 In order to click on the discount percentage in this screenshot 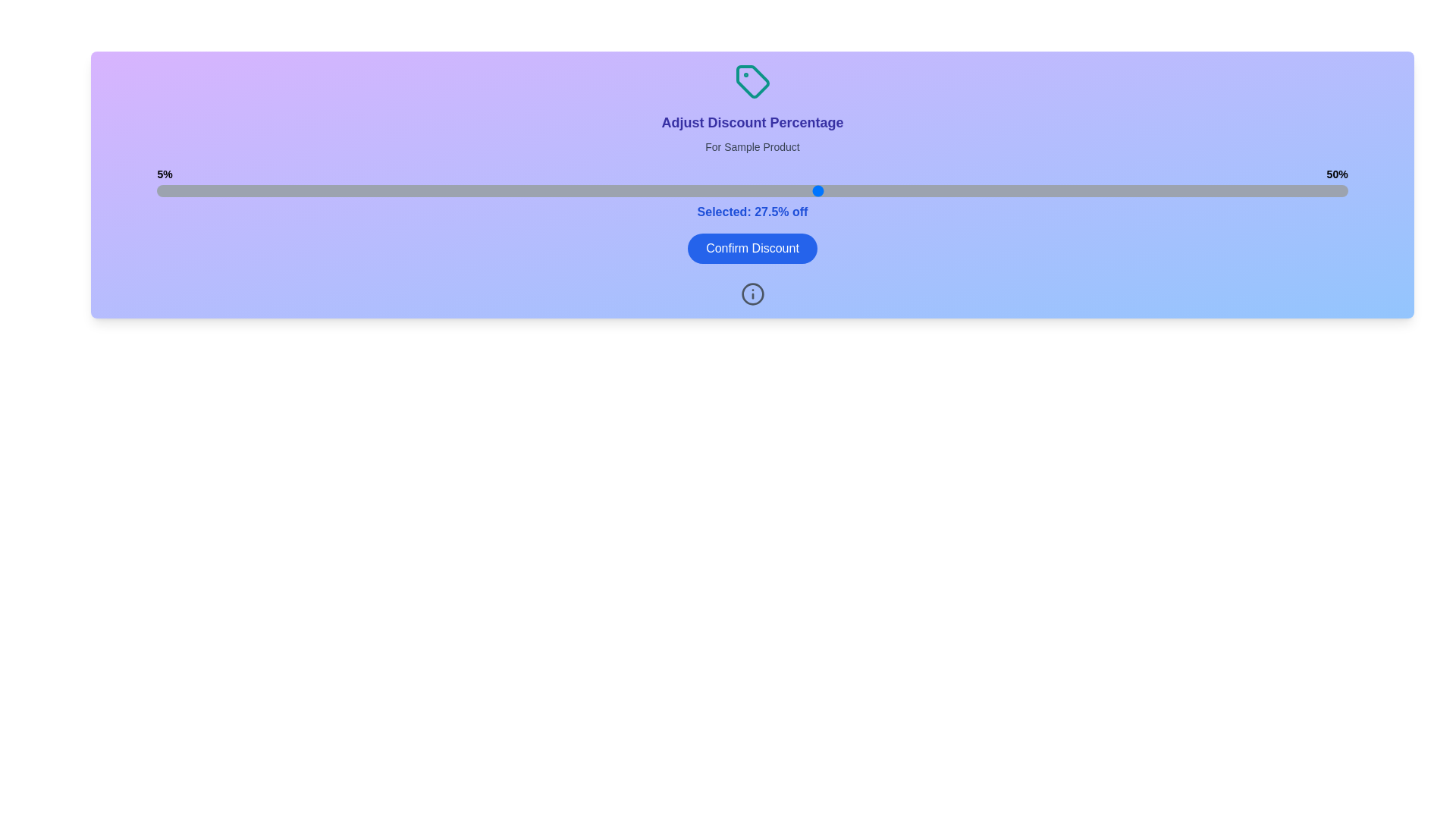, I will do `click(474, 190)`.